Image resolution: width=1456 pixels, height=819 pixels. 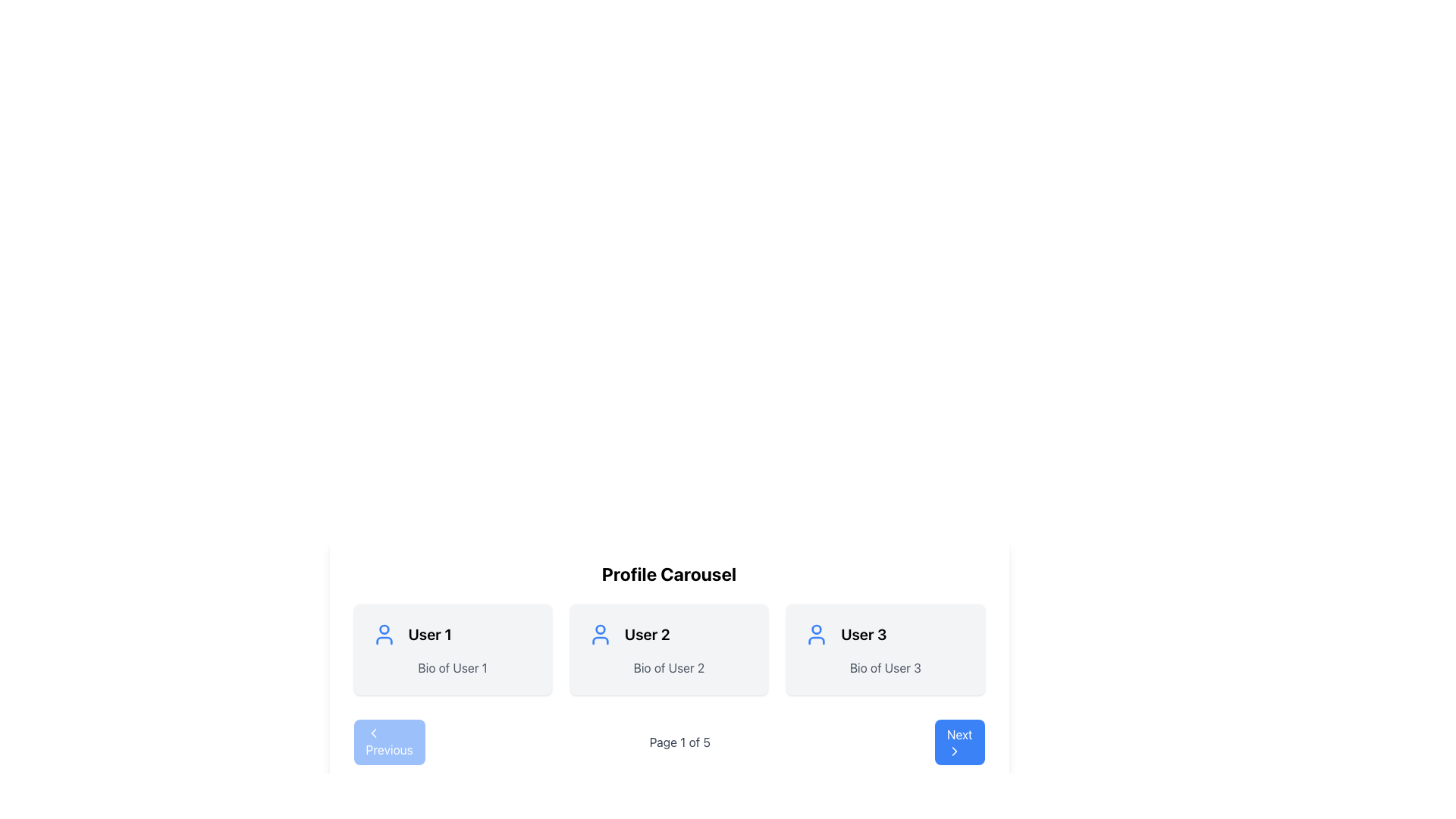 I want to click on the head of the avatar icon in the 'User 2' profile card within the carousel section, so click(x=599, y=629).